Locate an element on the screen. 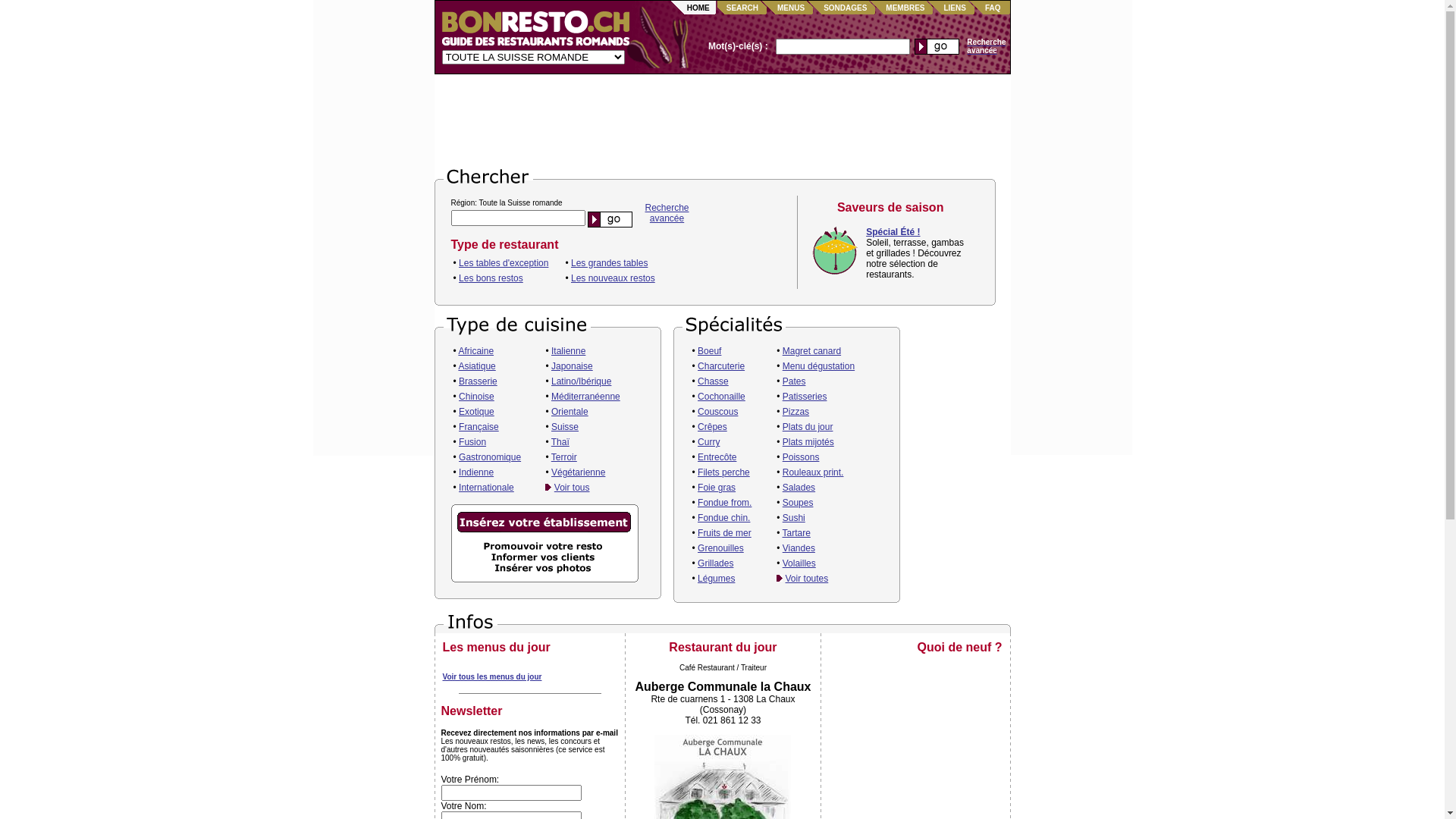  'Sushi' is located at coordinates (792, 516).